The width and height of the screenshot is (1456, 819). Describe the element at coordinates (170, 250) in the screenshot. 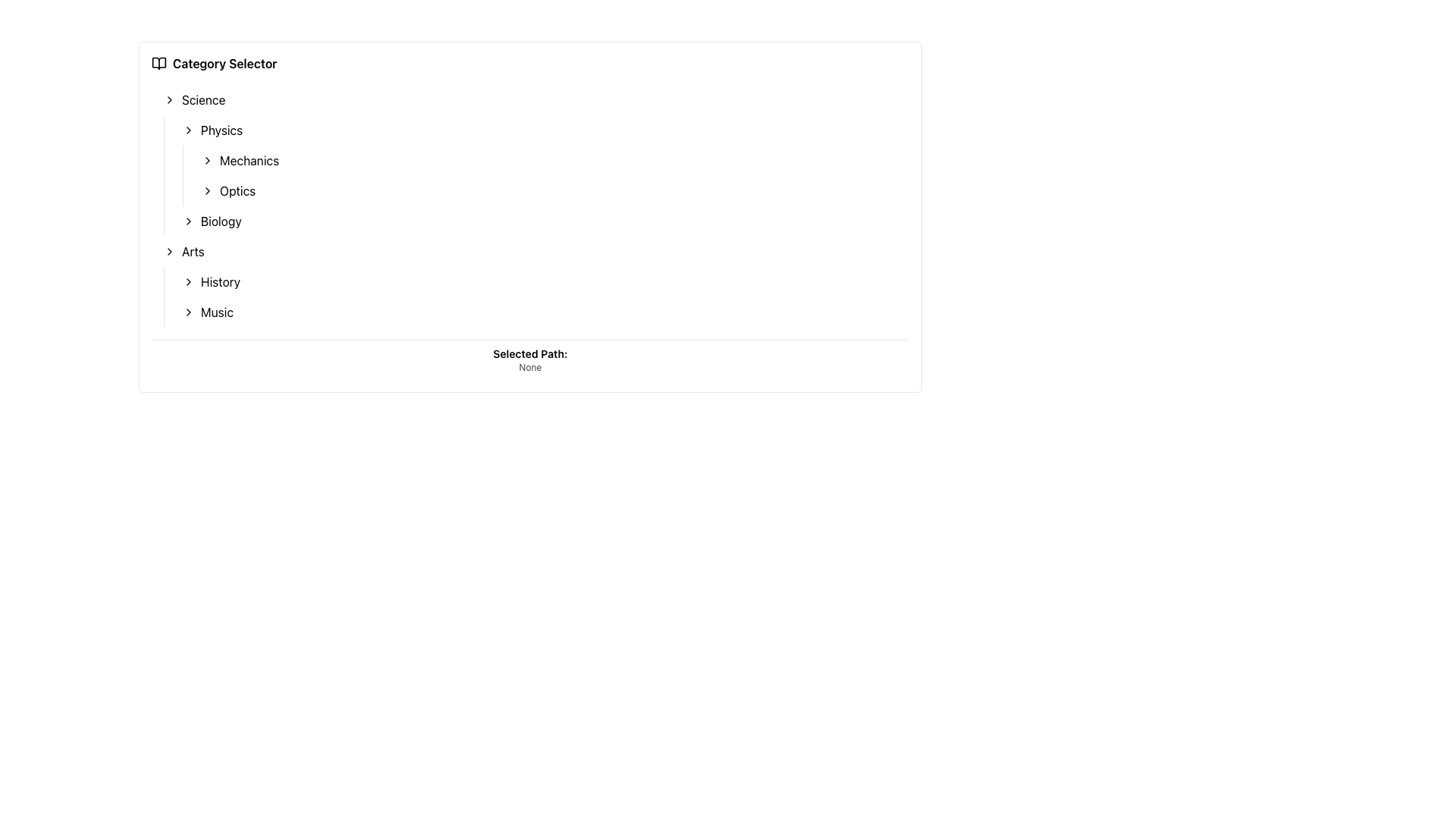

I see `the rightward-pointing chevron icon located to the left of the 'Arts' text` at that location.